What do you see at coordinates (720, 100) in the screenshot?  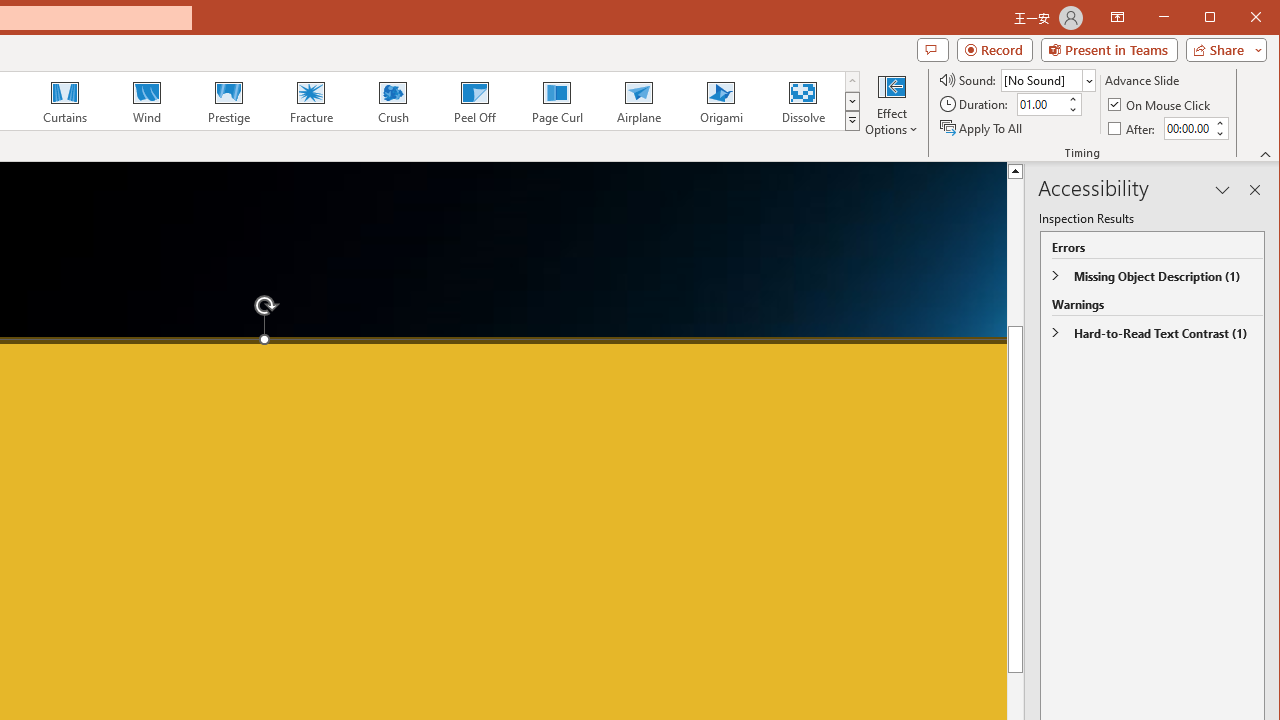 I see `'Origami'` at bounding box center [720, 100].